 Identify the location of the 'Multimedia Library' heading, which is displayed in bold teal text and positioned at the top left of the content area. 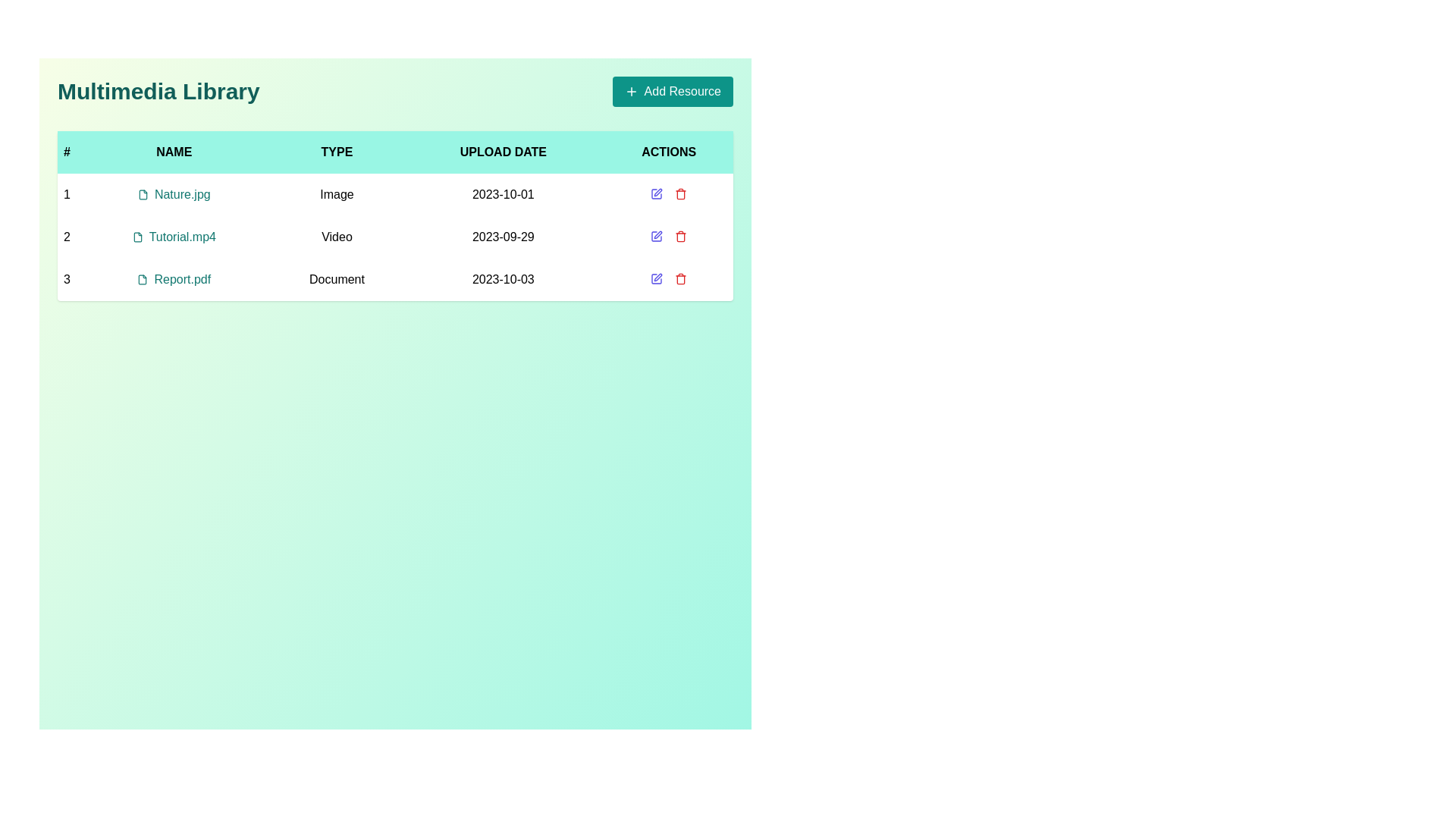
(158, 91).